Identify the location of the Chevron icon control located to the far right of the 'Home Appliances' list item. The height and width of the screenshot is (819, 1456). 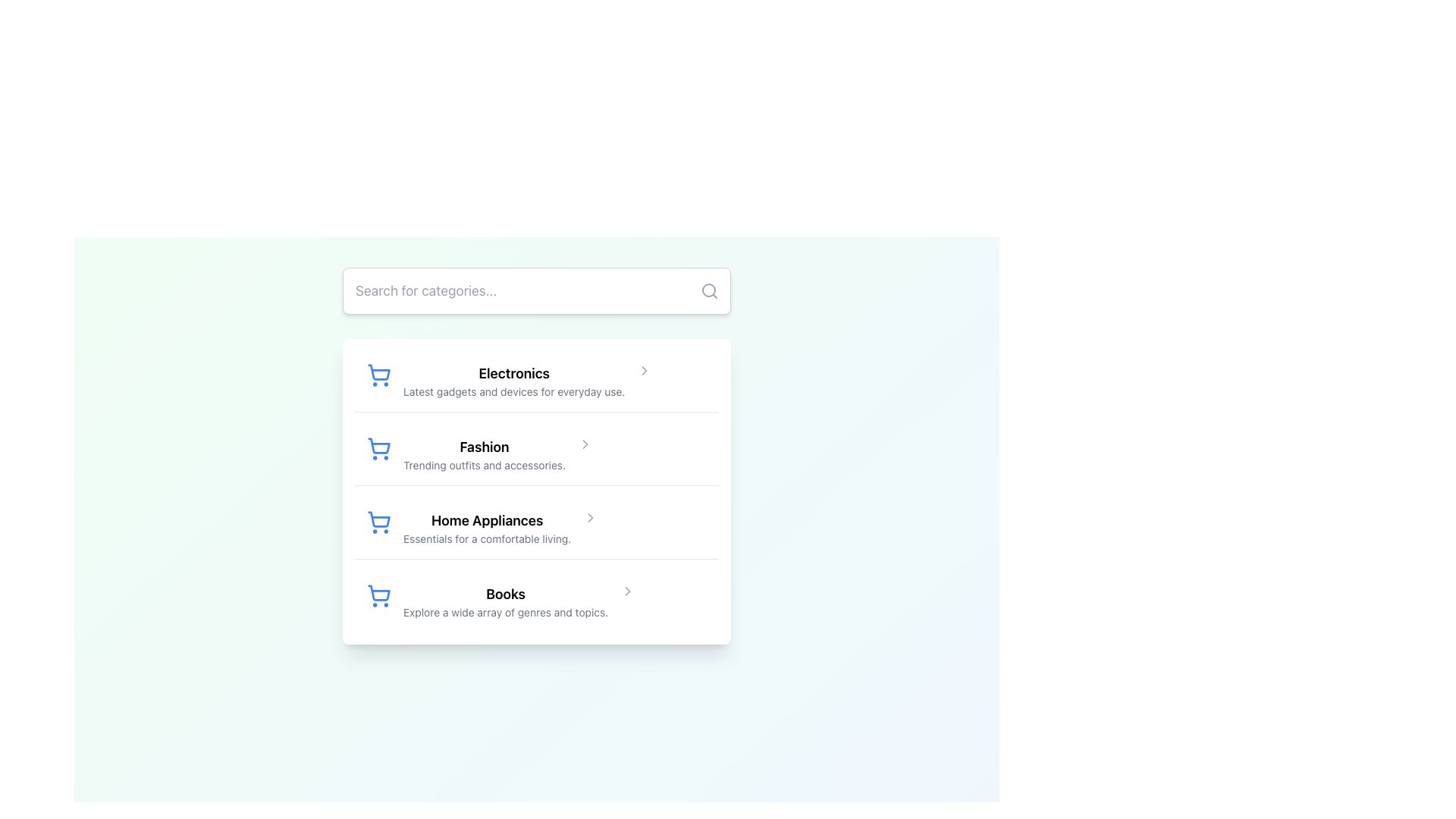
(590, 516).